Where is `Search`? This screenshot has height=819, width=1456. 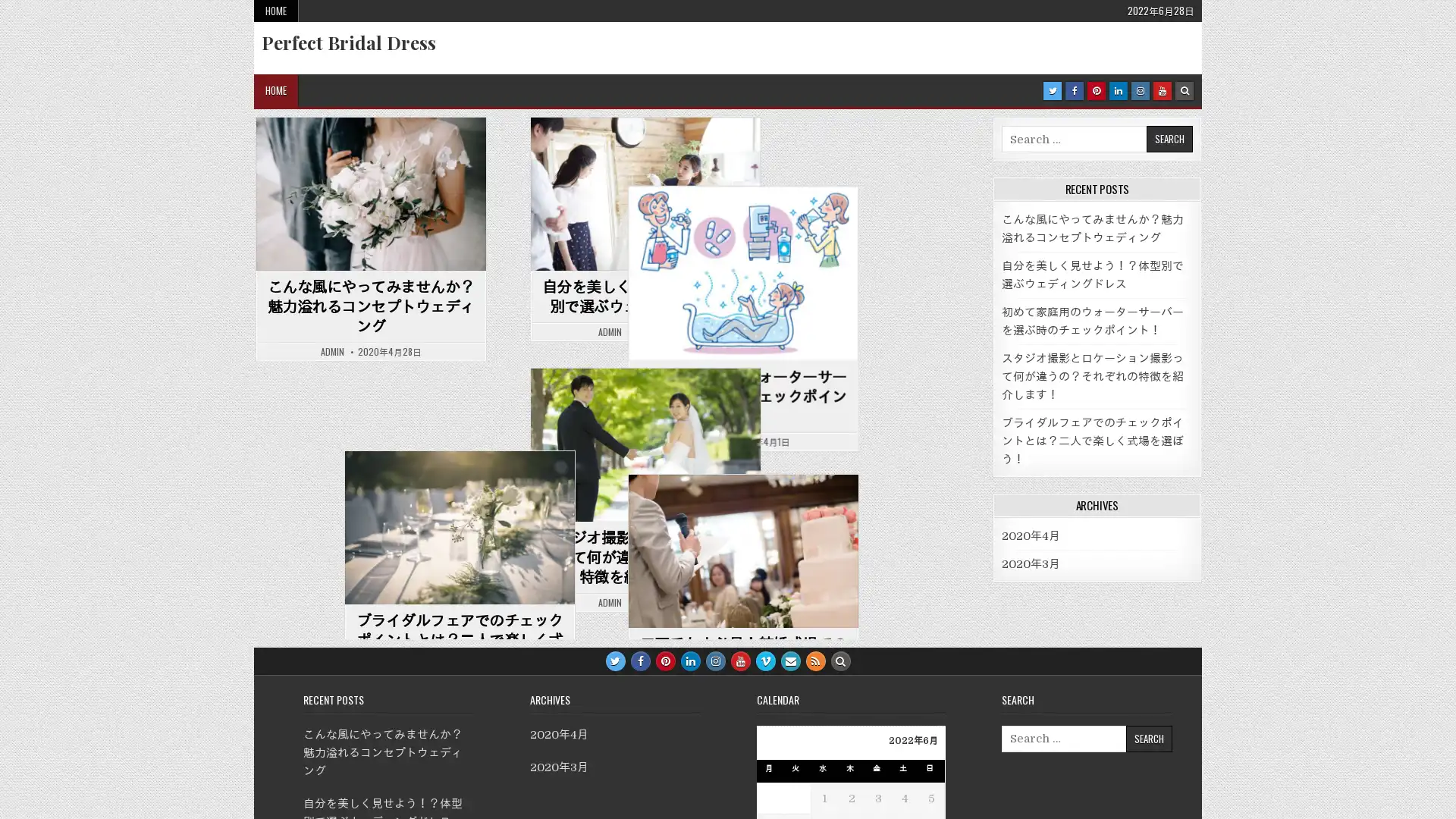 Search is located at coordinates (1148, 737).